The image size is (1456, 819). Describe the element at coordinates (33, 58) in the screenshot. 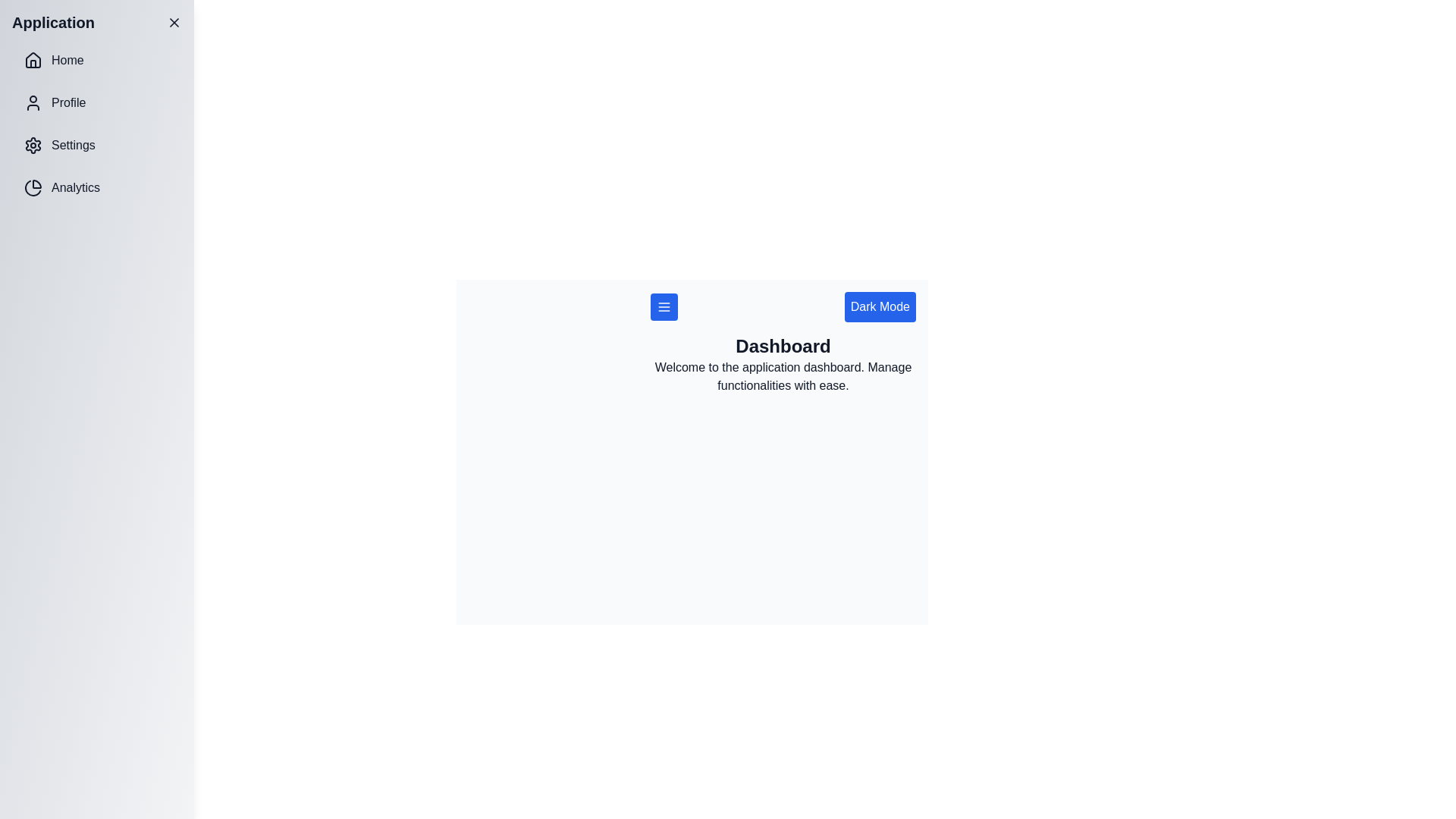

I see `the 'Home' icon in the left navigation panel` at that location.